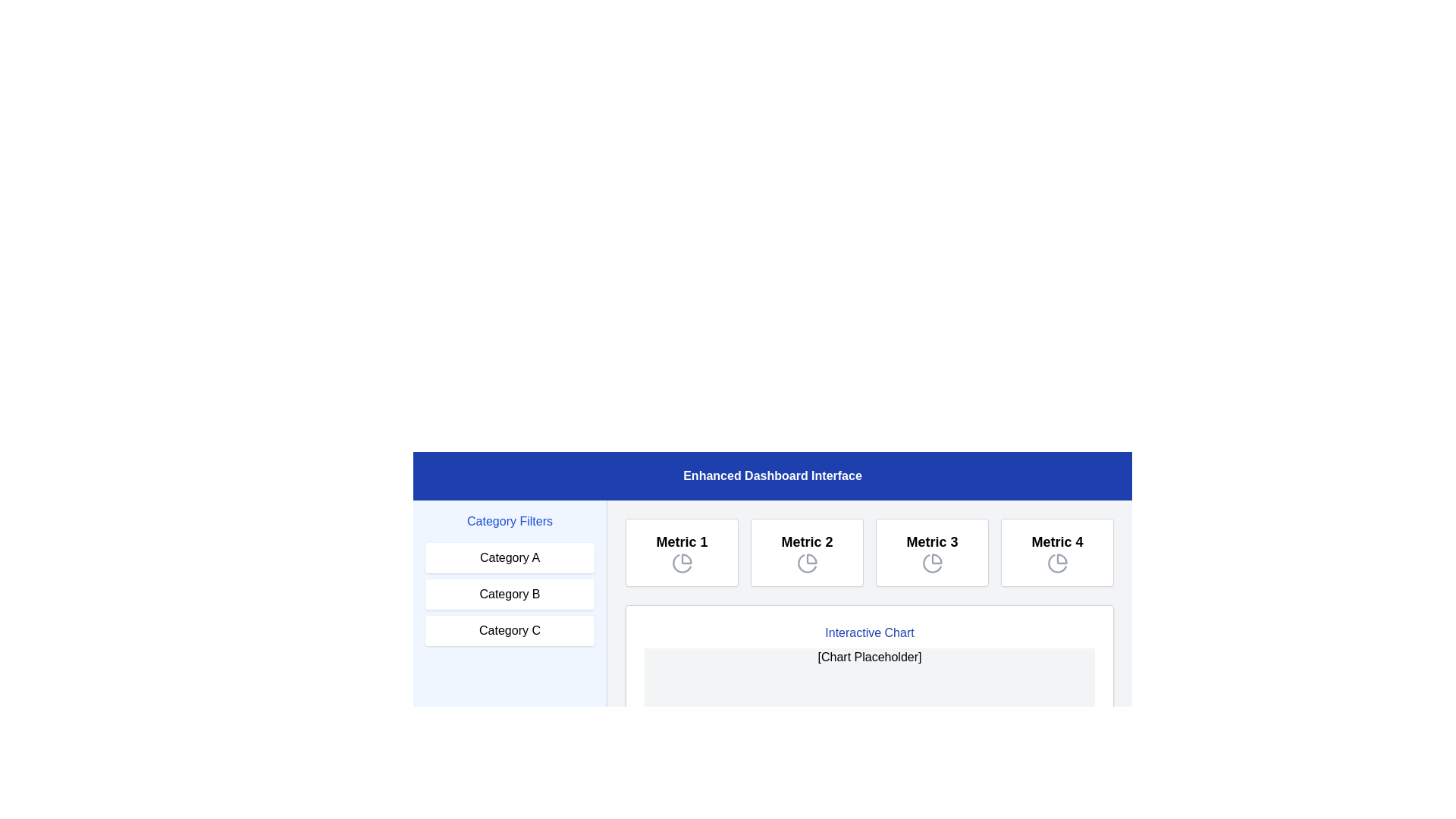 The width and height of the screenshot is (1456, 819). What do you see at coordinates (510, 593) in the screenshot?
I see `the second button in the 'Category Filters' section` at bounding box center [510, 593].